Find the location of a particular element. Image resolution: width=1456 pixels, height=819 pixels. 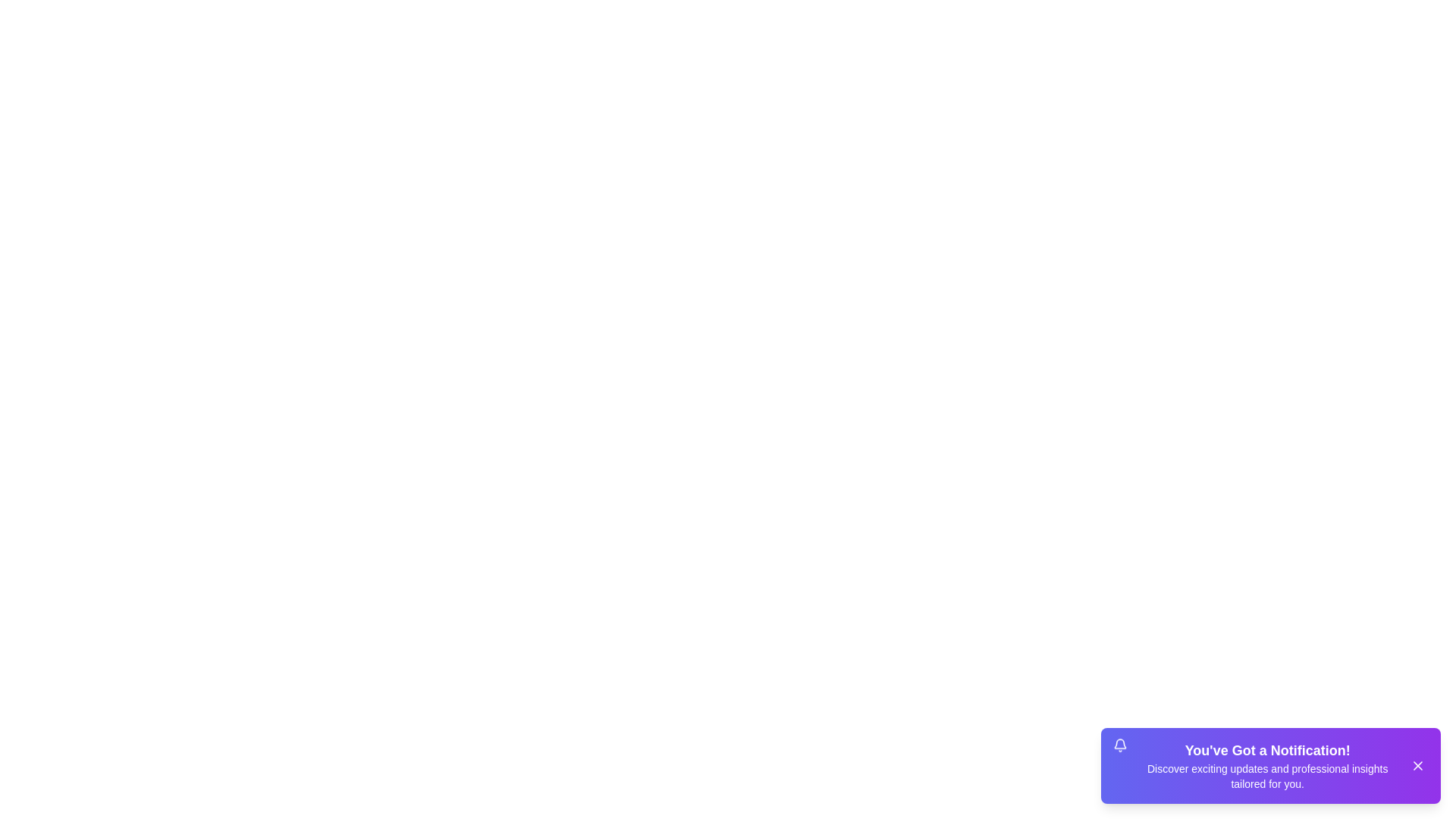

the dismiss button to close the notification is located at coordinates (1417, 766).